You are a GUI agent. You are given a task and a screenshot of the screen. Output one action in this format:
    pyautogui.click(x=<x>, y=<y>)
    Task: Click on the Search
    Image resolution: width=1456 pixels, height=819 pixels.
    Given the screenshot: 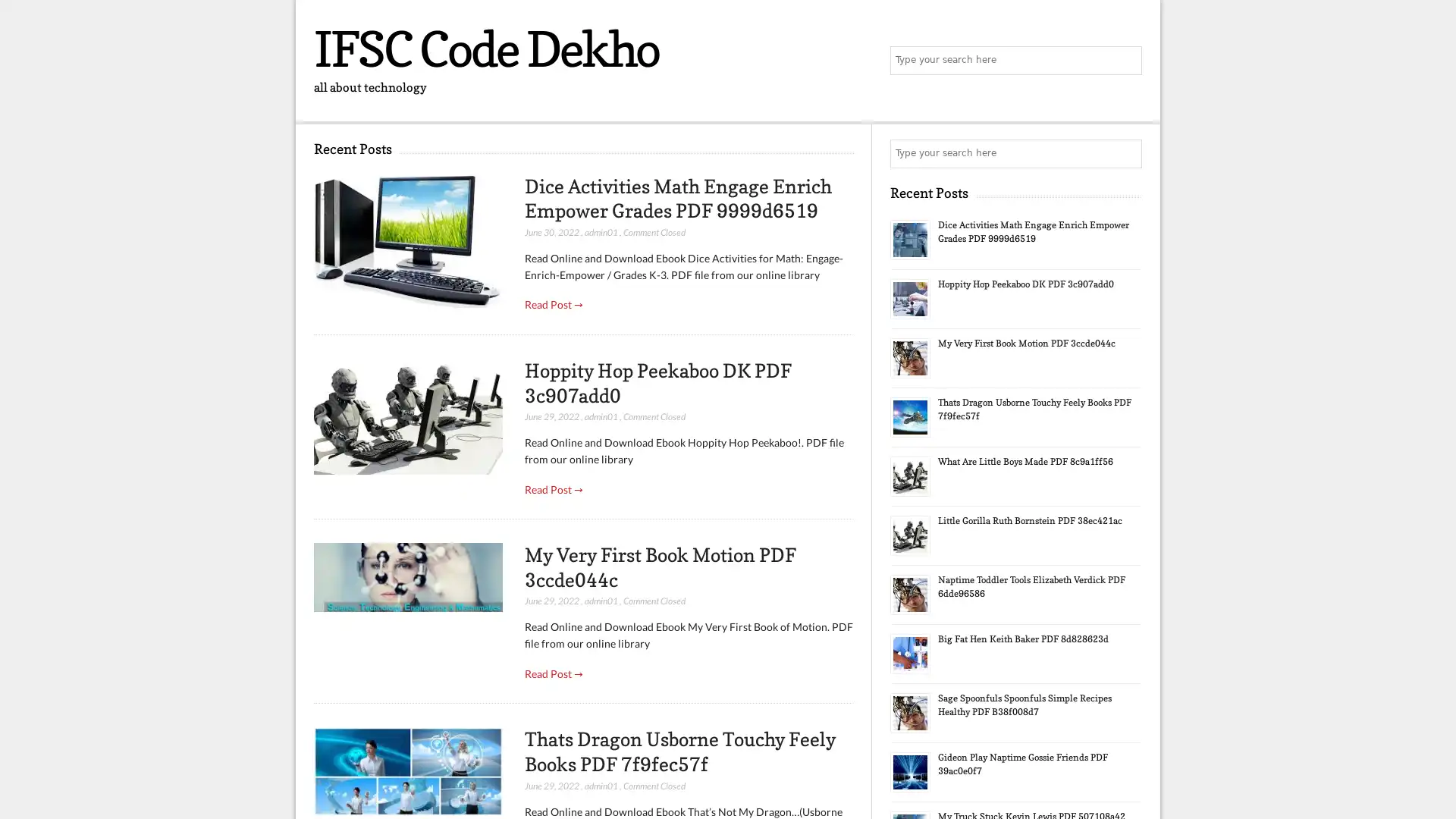 What is the action you would take?
    pyautogui.click(x=1126, y=61)
    